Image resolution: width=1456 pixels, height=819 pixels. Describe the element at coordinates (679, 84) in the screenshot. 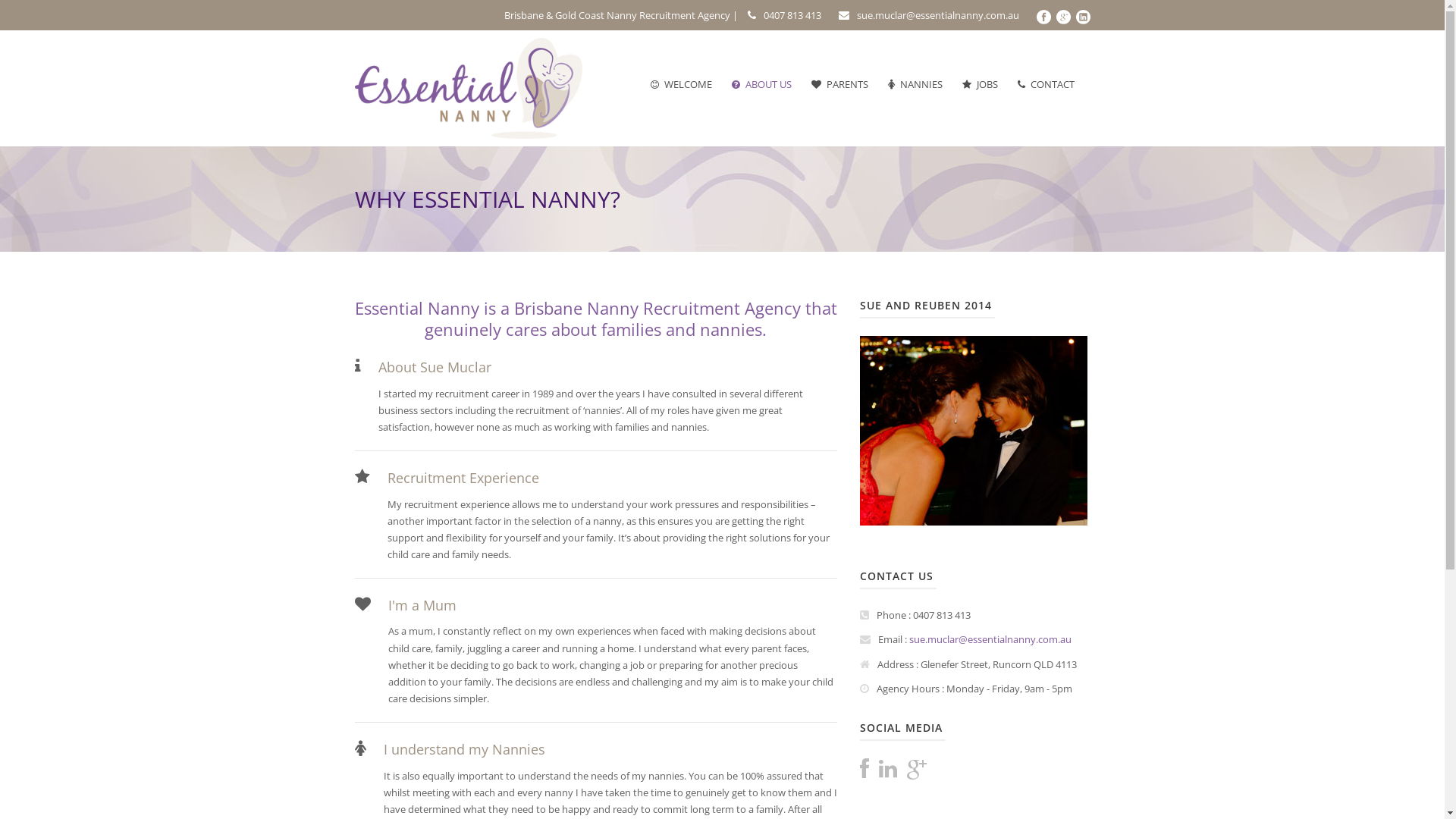

I see `'WELCOME'` at that location.